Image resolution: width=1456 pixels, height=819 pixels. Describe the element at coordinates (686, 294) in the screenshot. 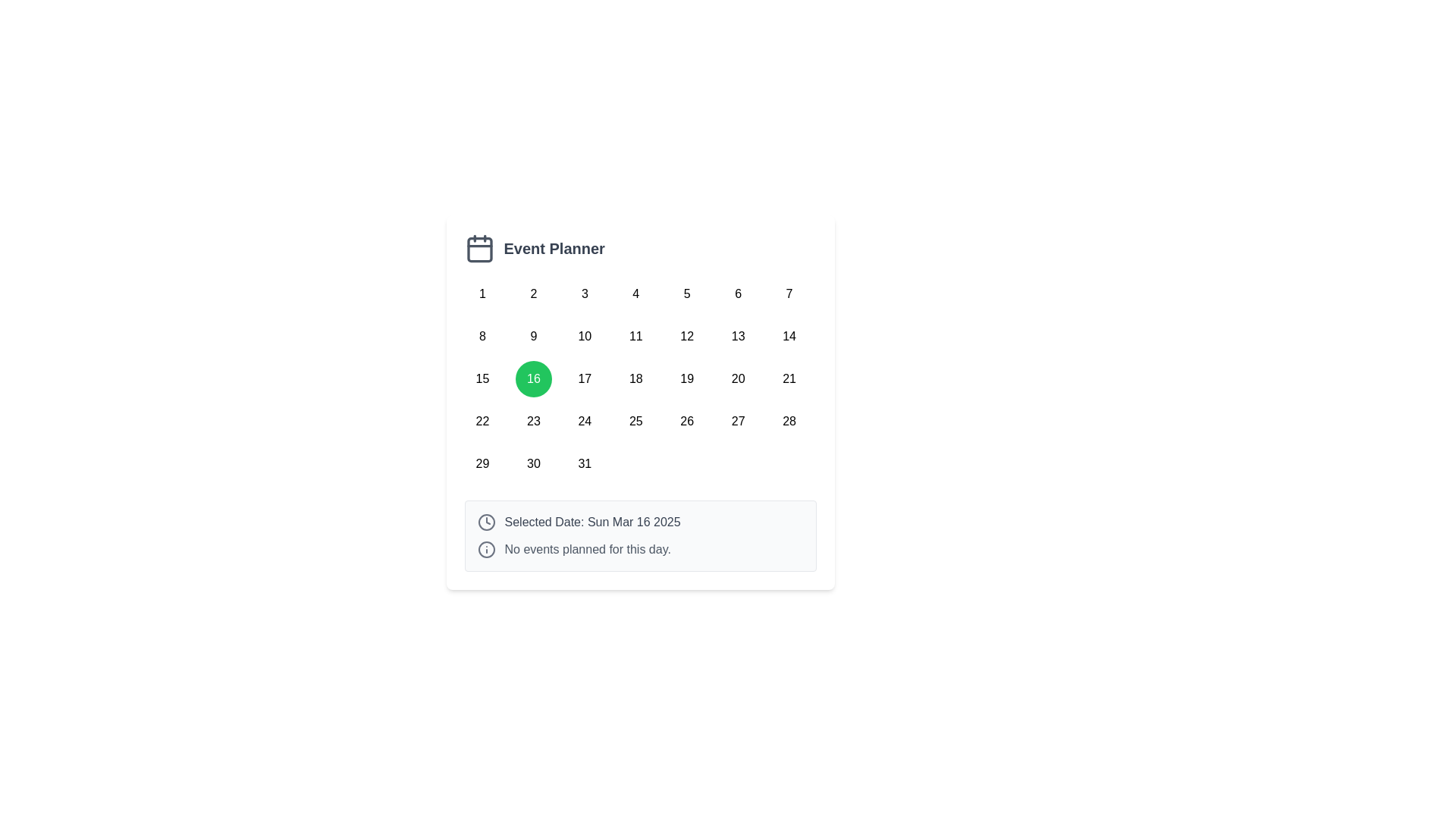

I see `the button representing the 5th day of the current month in the calendar interface, located in the first row and fifth column of the grid layout` at that location.